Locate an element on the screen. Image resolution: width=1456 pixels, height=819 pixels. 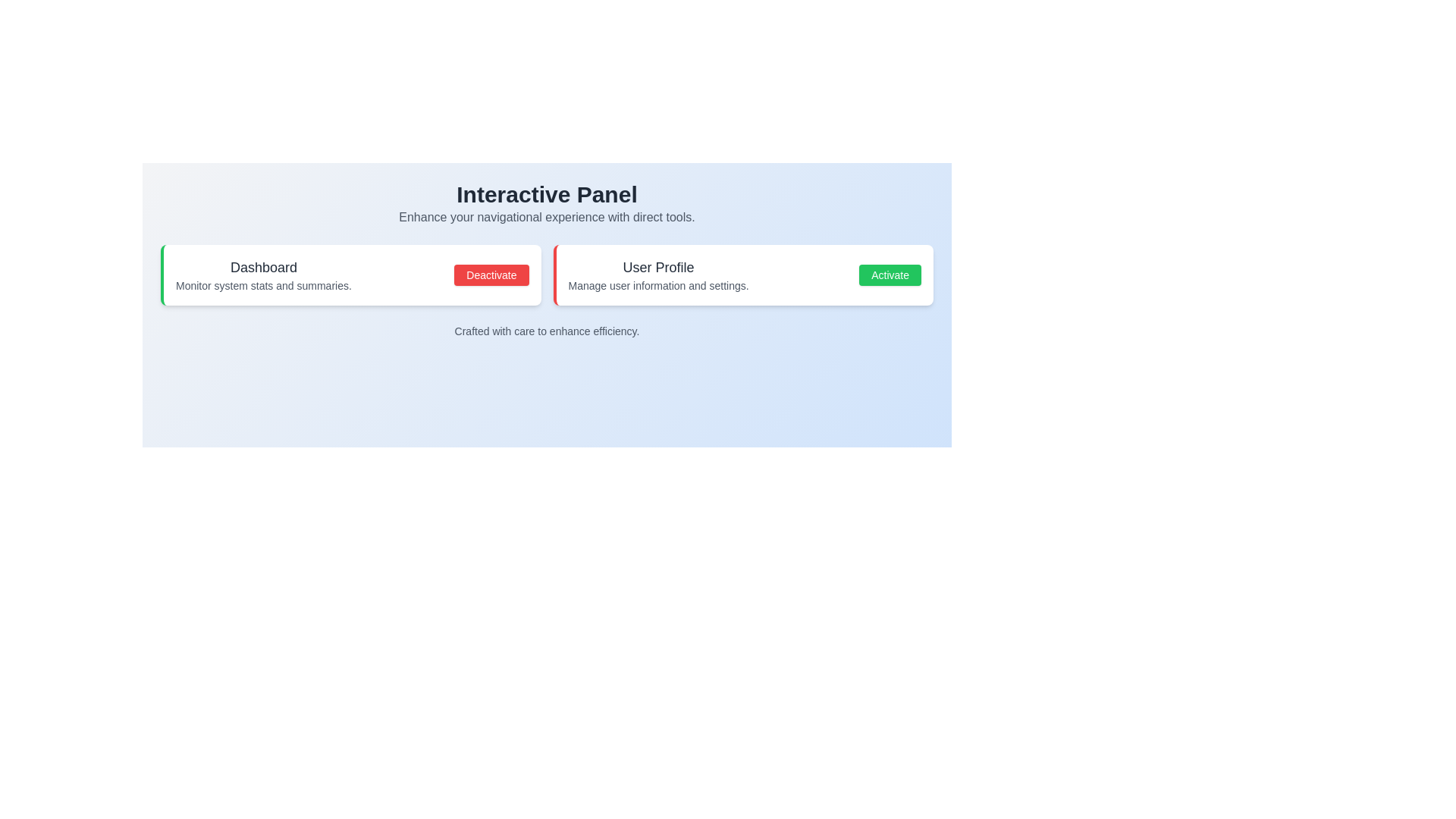
the static text element that serves as a subtitle for the 'Interactive Panel', positioned centrally below the title is located at coordinates (546, 217).